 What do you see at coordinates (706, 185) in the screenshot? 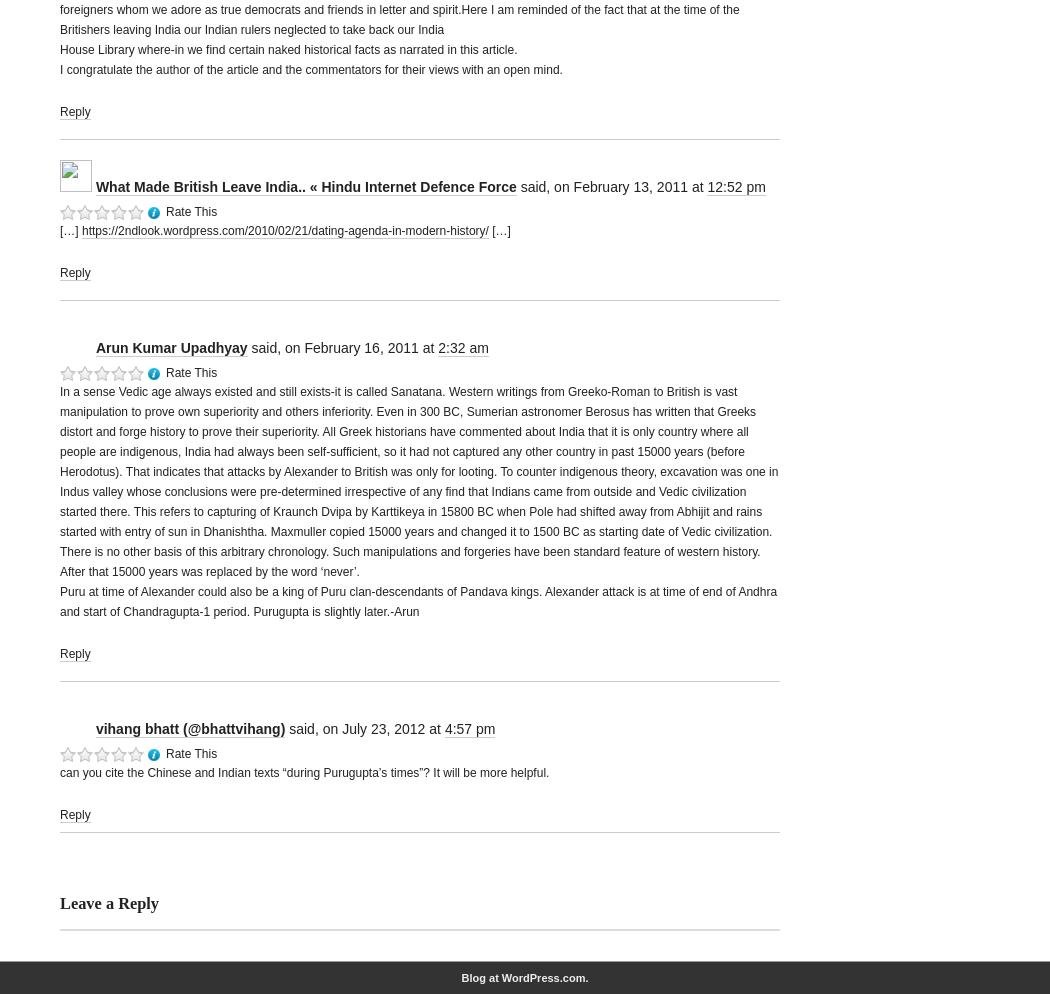
I see `'12:52 pm'` at bounding box center [706, 185].